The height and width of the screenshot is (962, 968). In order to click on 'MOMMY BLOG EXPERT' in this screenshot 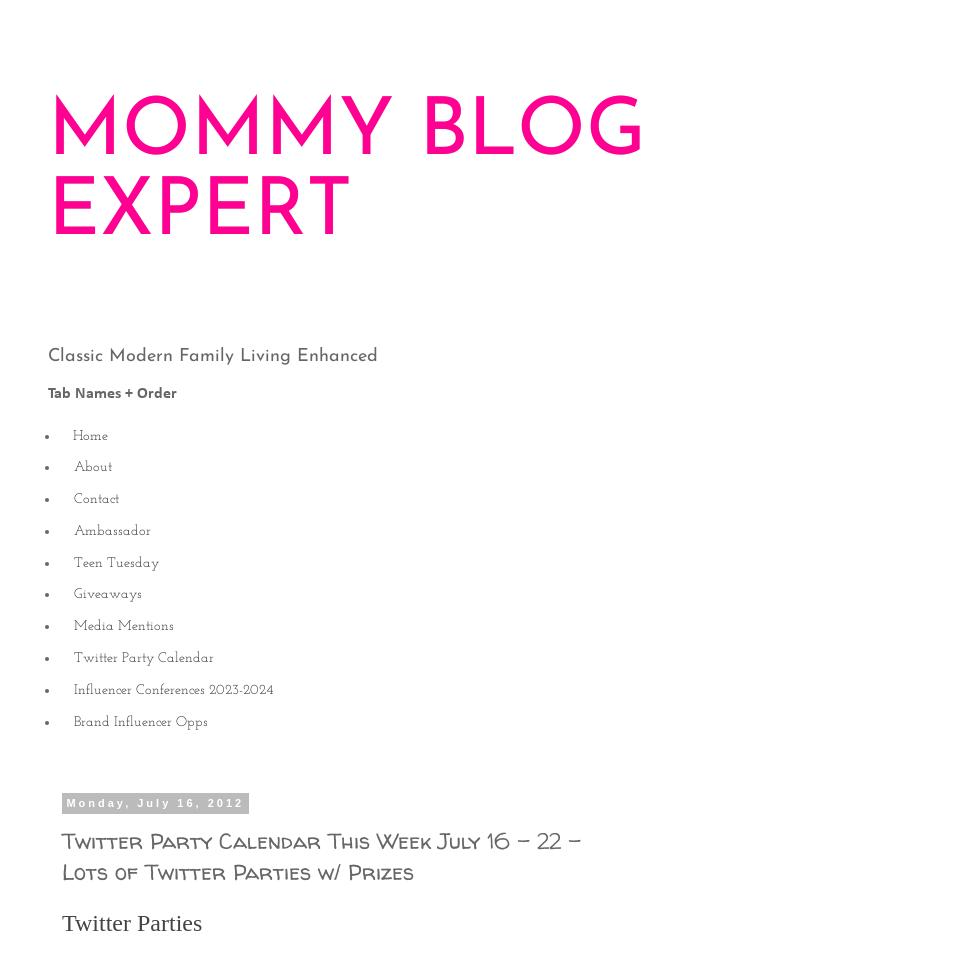, I will do `click(347, 172)`.